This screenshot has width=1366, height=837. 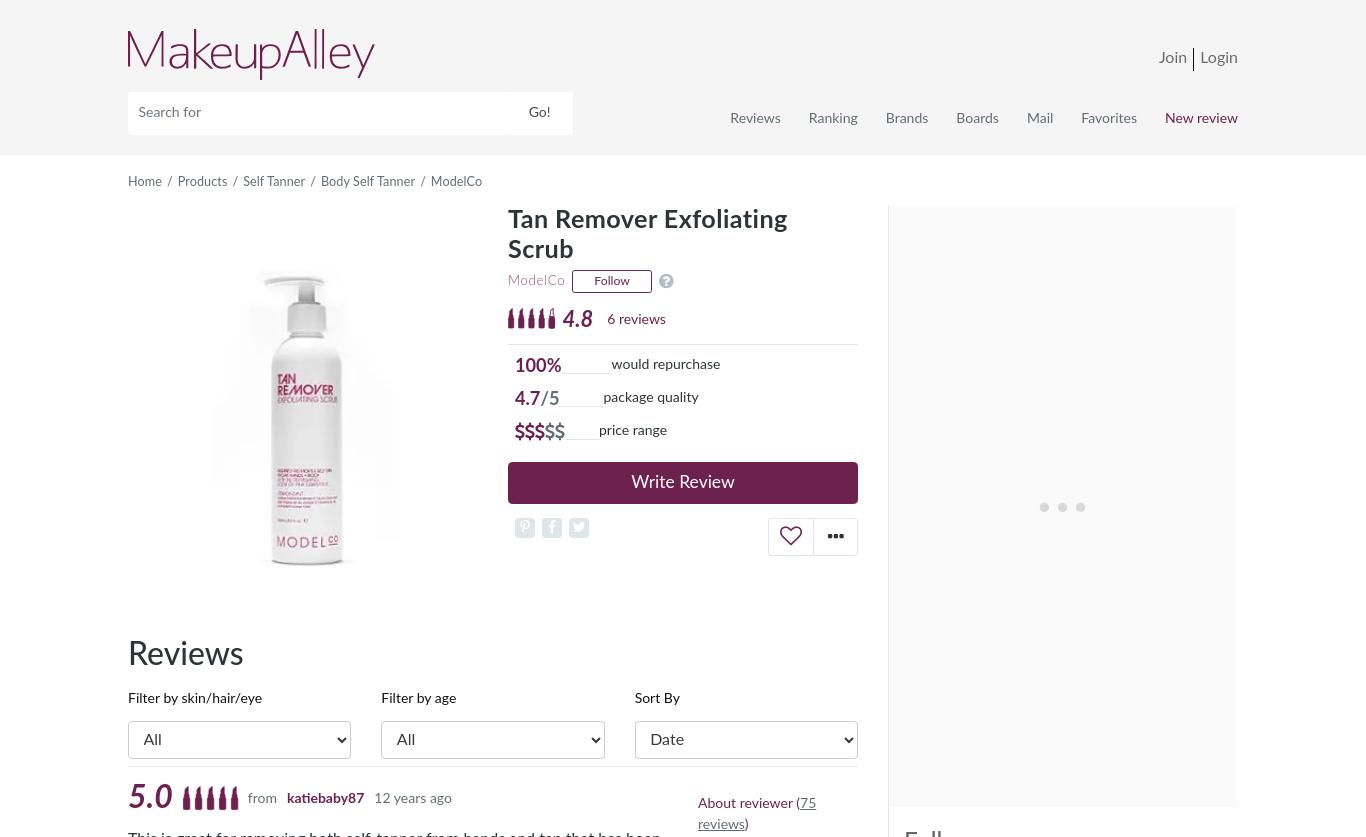 What do you see at coordinates (538, 365) in the screenshot?
I see `'100%'` at bounding box center [538, 365].